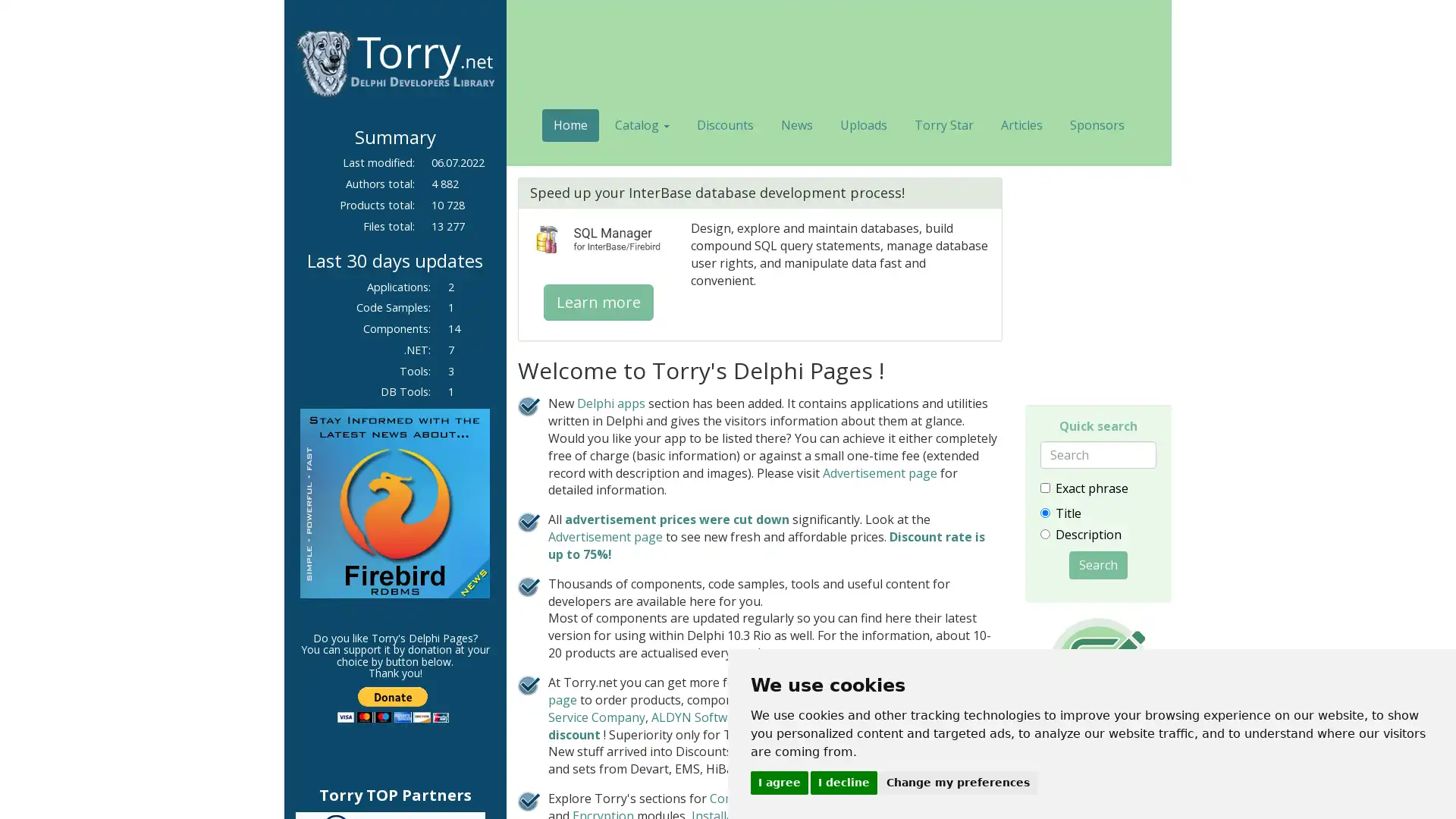 The width and height of the screenshot is (1456, 819). Describe the element at coordinates (598, 302) in the screenshot. I see `Learn more` at that location.